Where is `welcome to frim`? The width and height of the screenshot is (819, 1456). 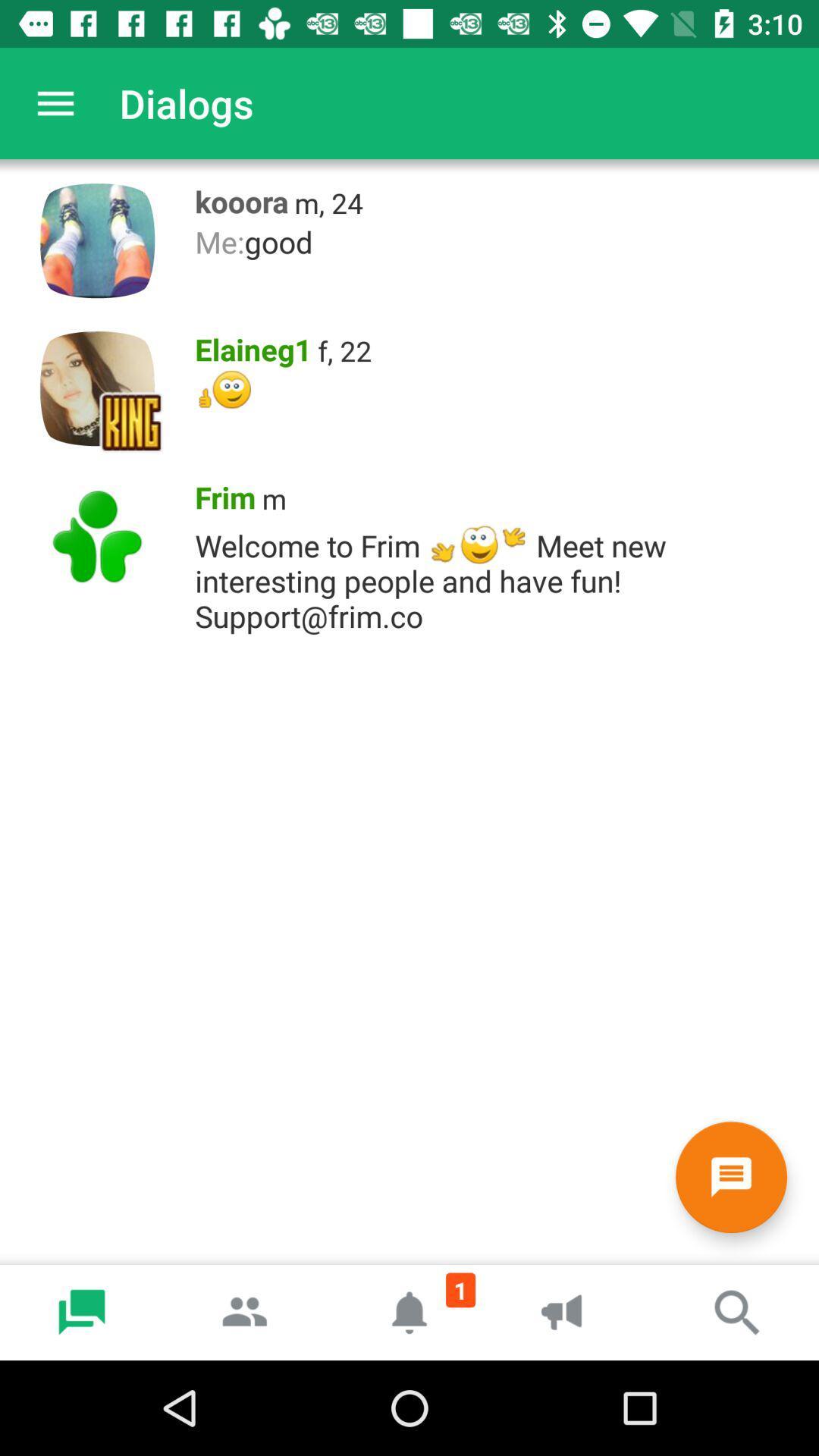
welcome to frim is located at coordinates (499, 576).